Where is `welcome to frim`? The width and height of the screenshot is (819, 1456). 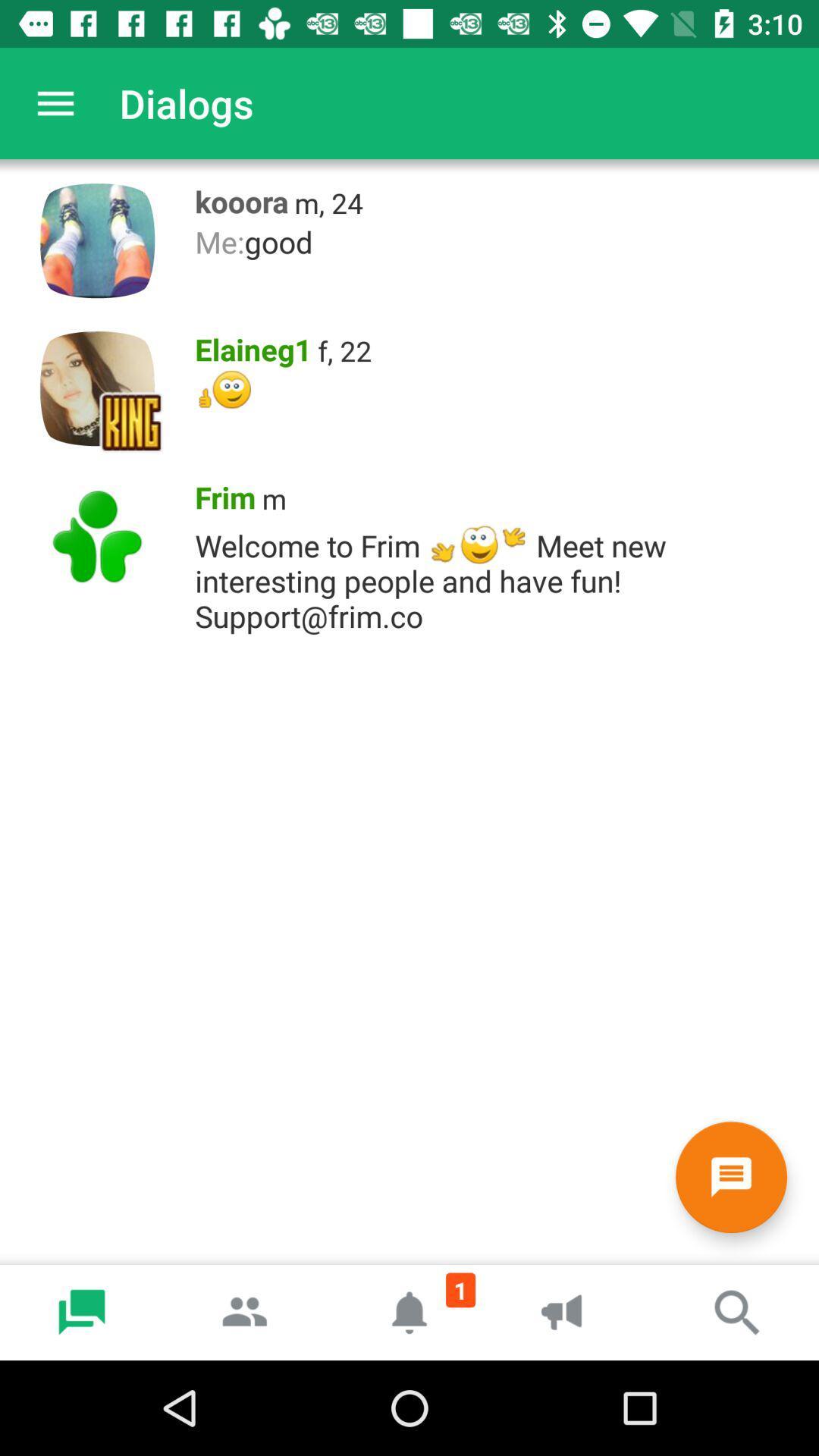
welcome to frim is located at coordinates (499, 576).